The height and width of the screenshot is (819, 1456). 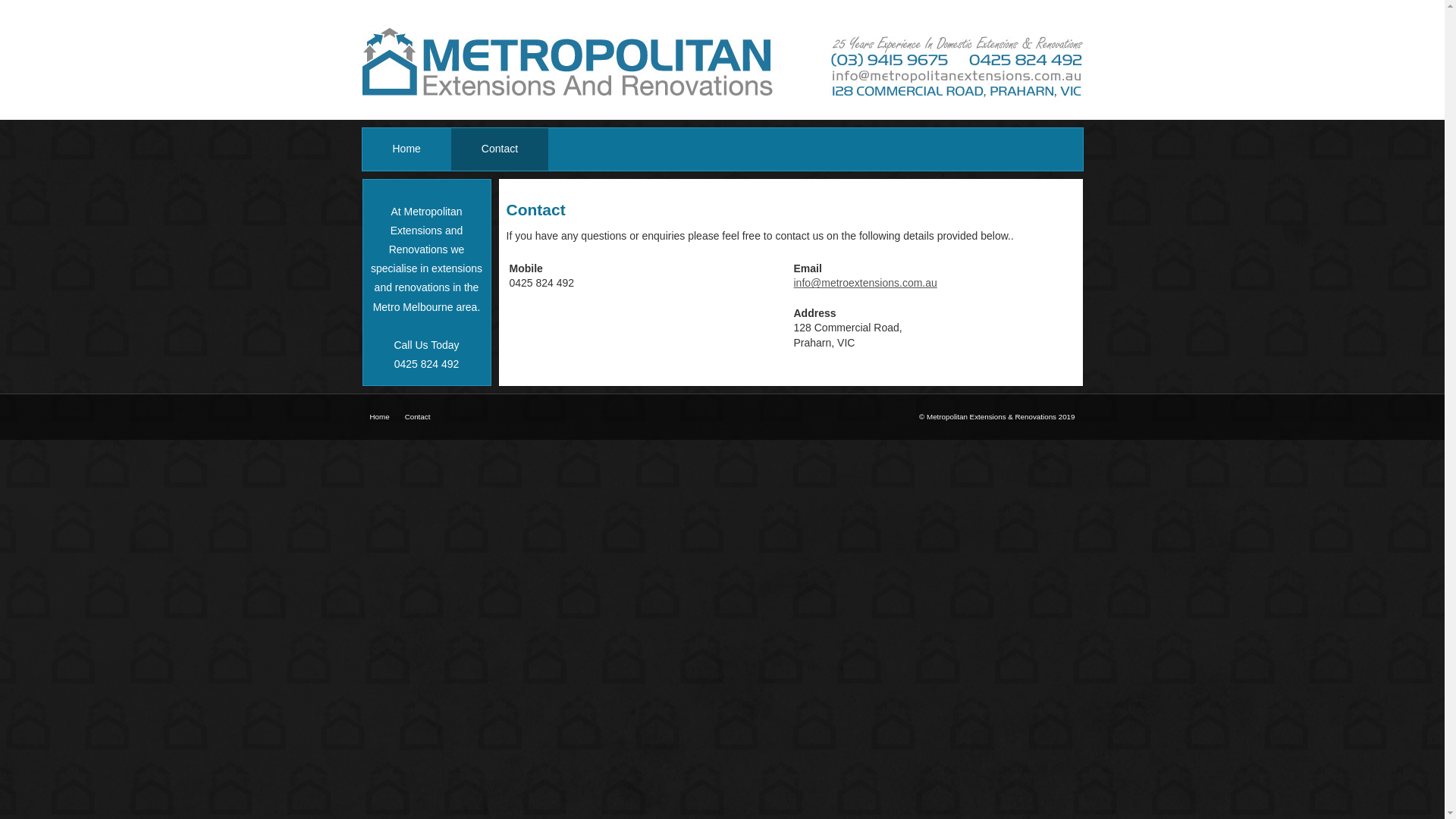 What do you see at coordinates (864, 283) in the screenshot?
I see `'info@metroextensions.com.au'` at bounding box center [864, 283].